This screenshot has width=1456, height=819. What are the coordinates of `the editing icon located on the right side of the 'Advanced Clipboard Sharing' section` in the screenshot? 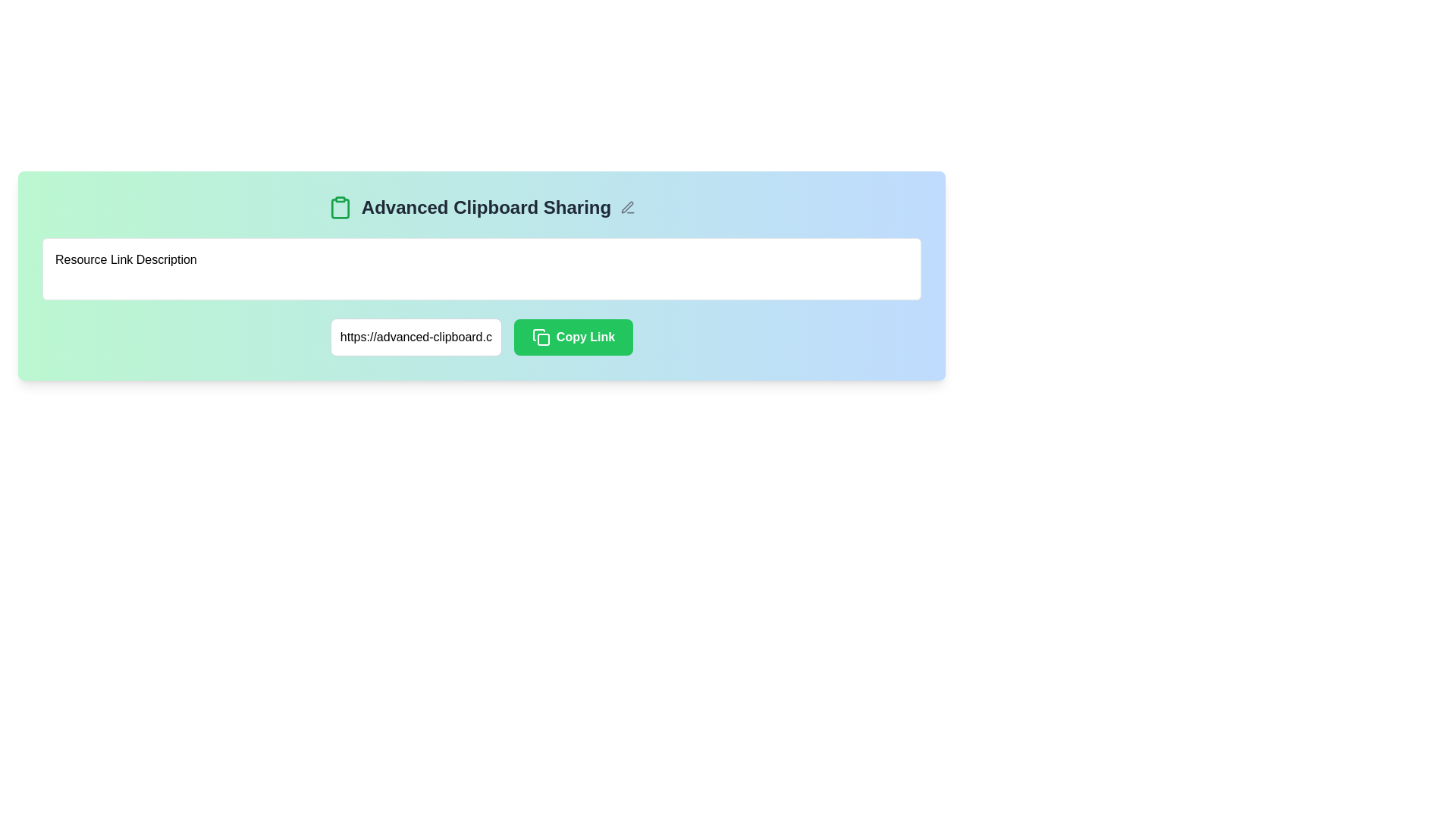 It's located at (628, 207).